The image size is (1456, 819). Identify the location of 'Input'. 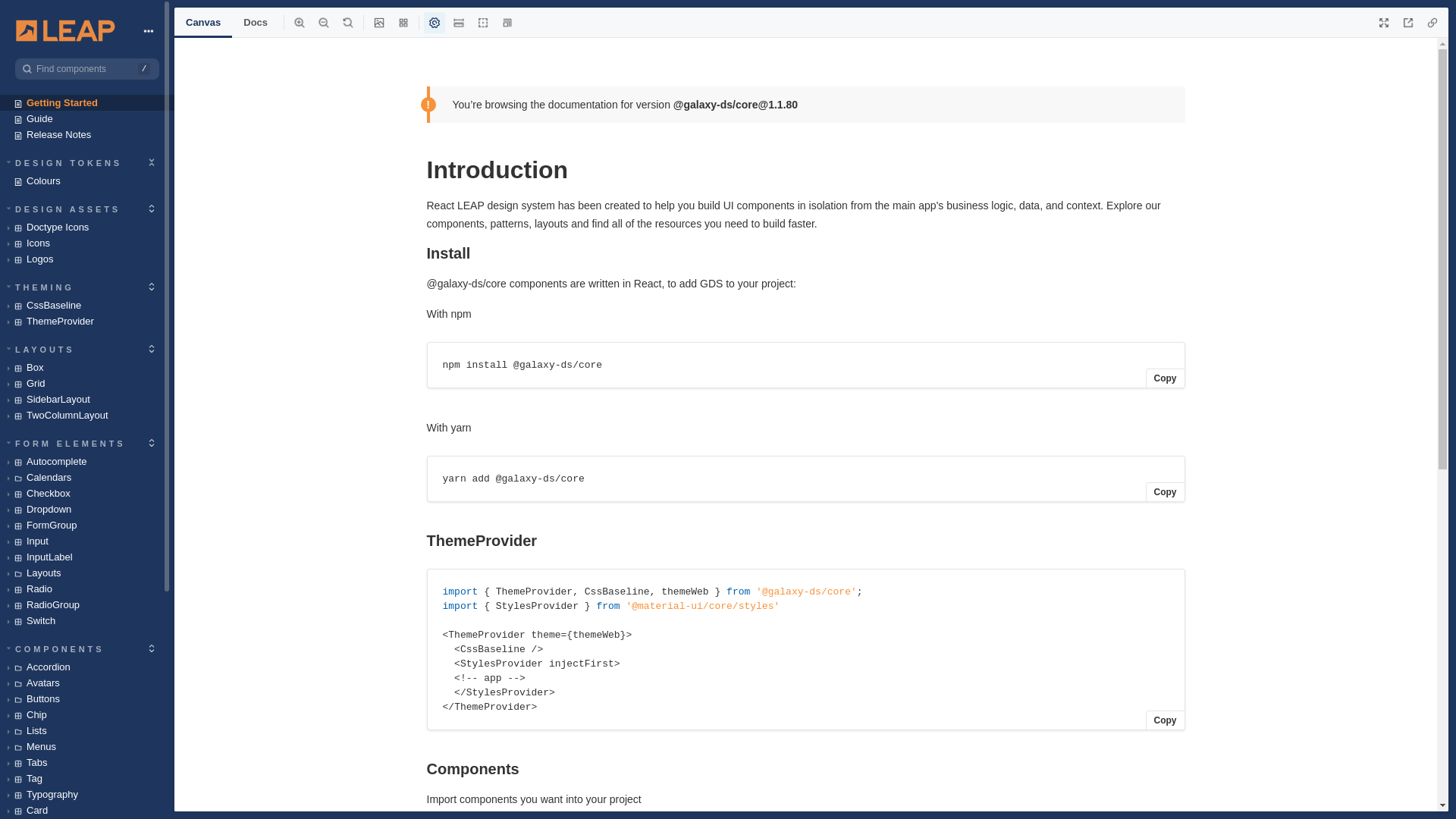
(86, 540).